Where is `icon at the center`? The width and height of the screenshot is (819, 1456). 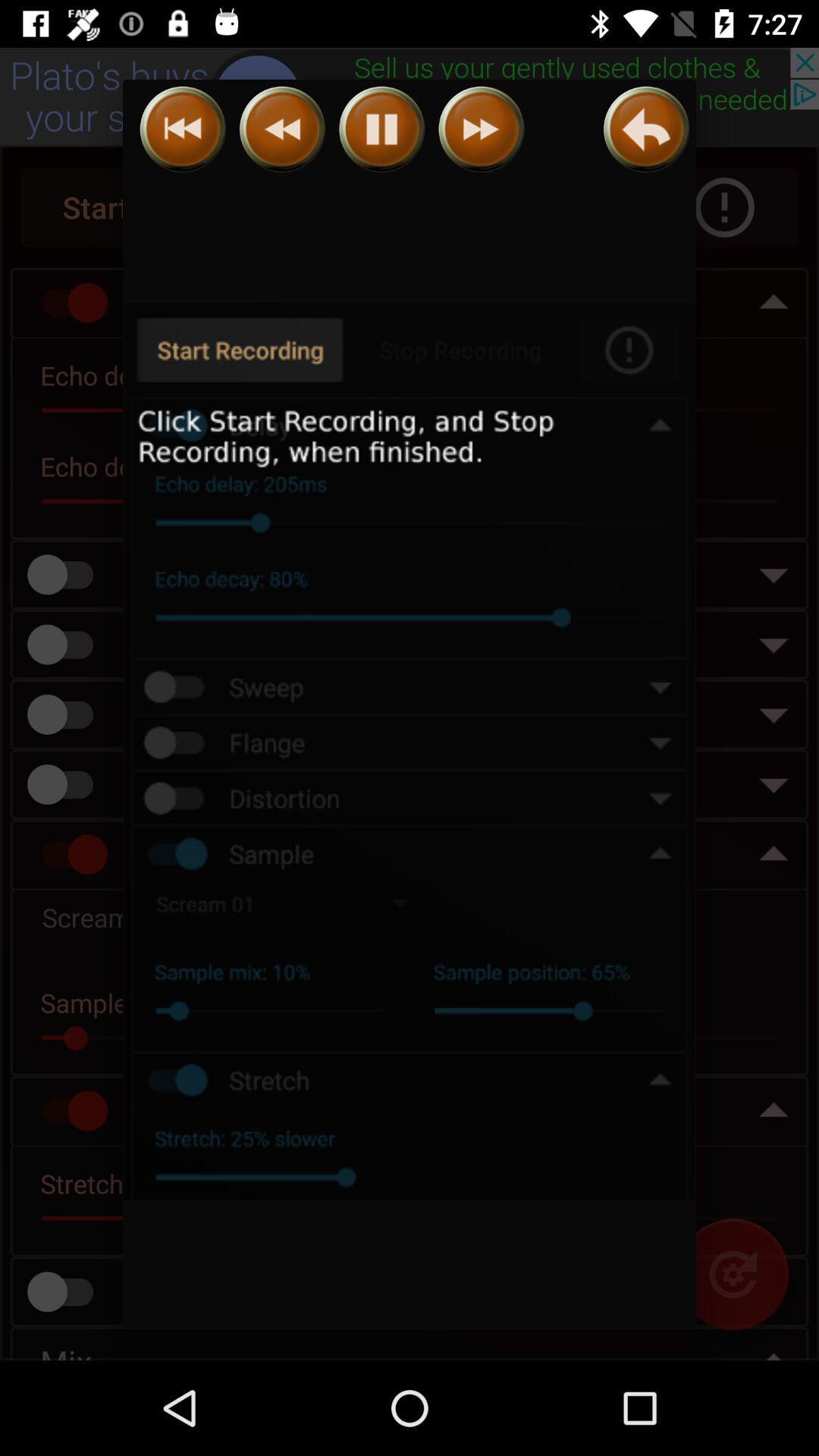
icon at the center is located at coordinates (409, 752).